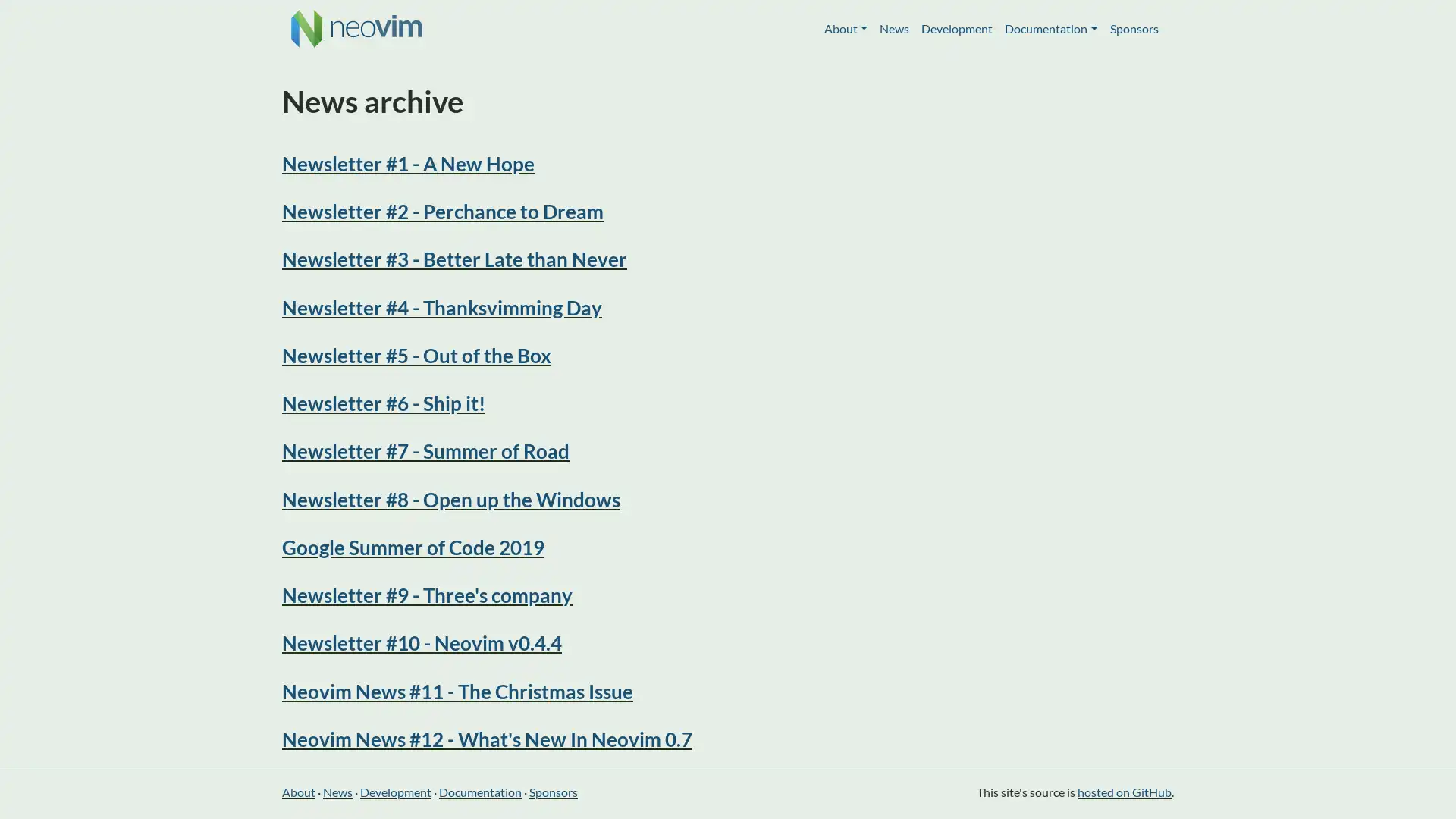 This screenshot has width=1456, height=819. Describe the element at coordinates (844, 28) in the screenshot. I see `About` at that location.